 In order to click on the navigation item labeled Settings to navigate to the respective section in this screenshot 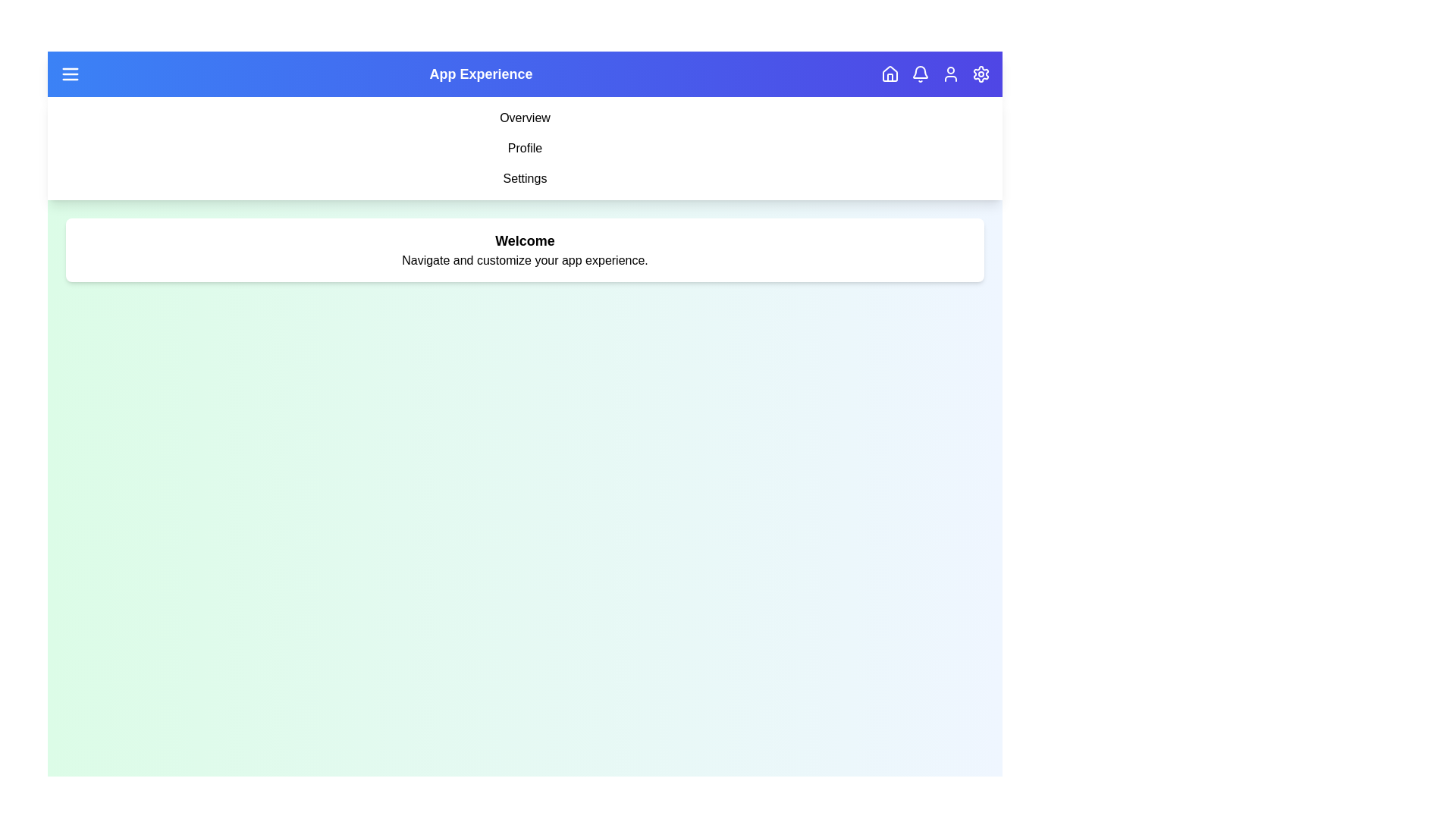, I will do `click(525, 177)`.